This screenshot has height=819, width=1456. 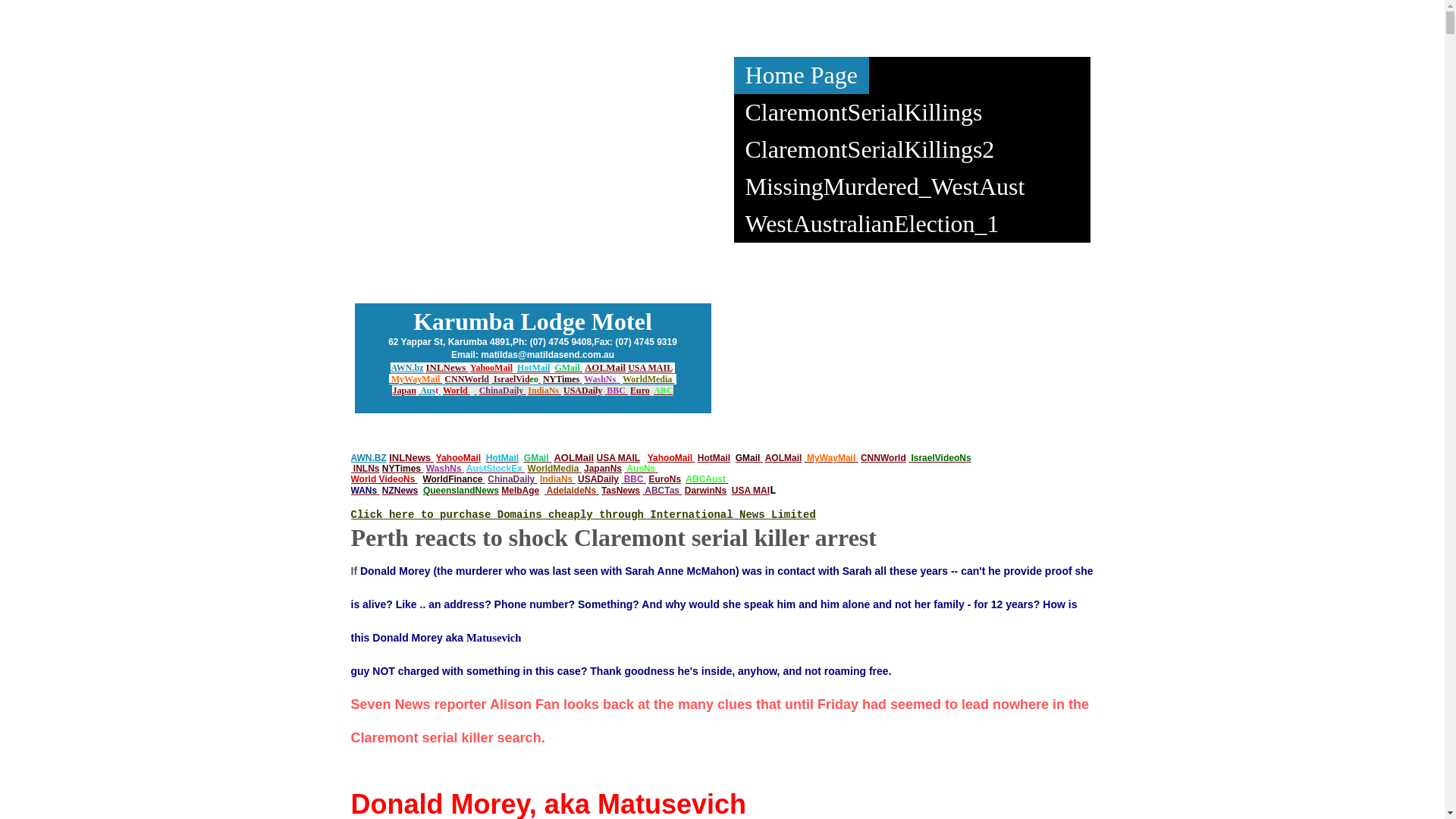 I want to click on 'WorldMedia', so click(x=622, y=378).